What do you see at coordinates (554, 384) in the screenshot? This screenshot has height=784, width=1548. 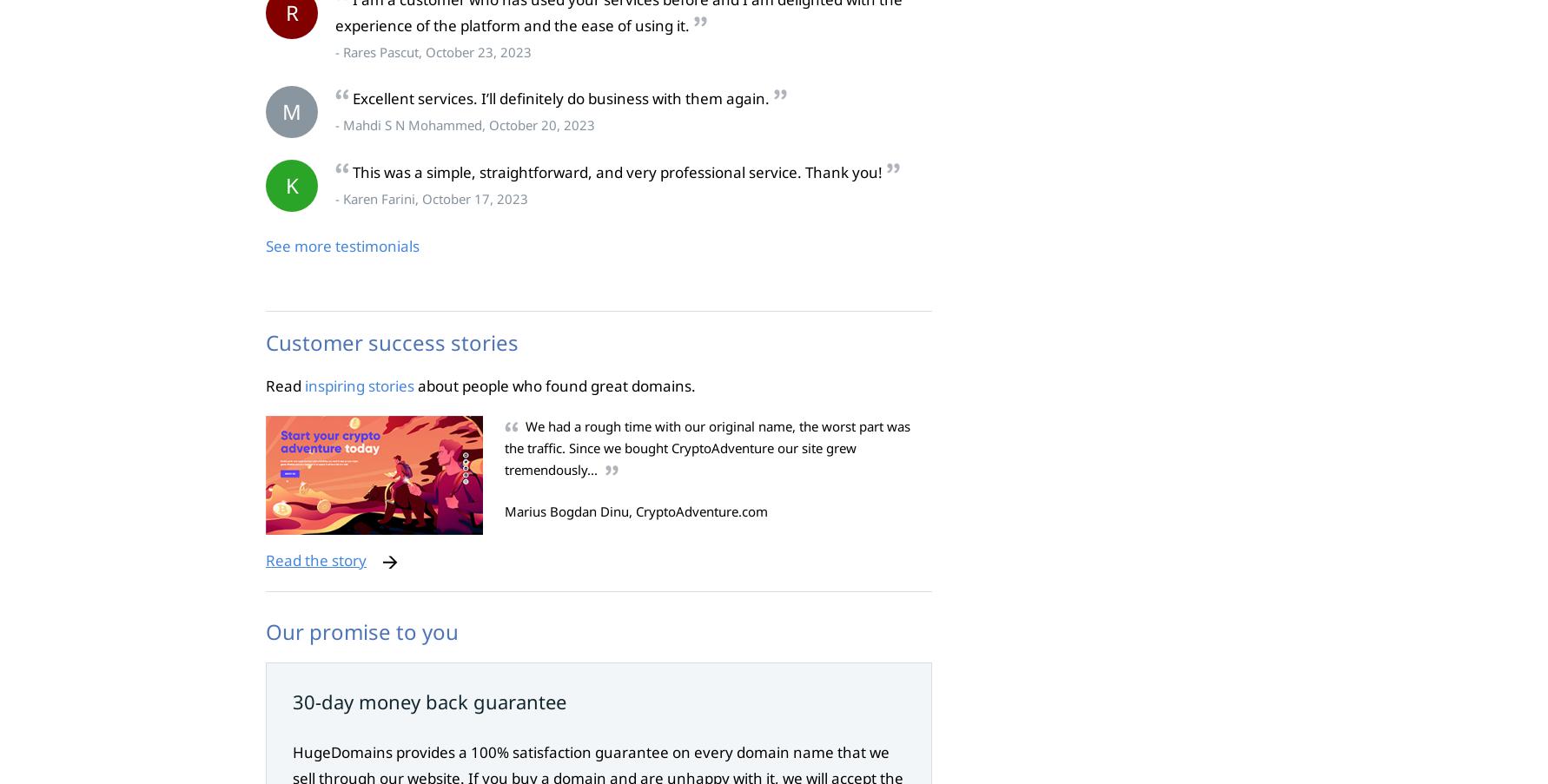 I see `'about people who found great domains.'` at bounding box center [554, 384].